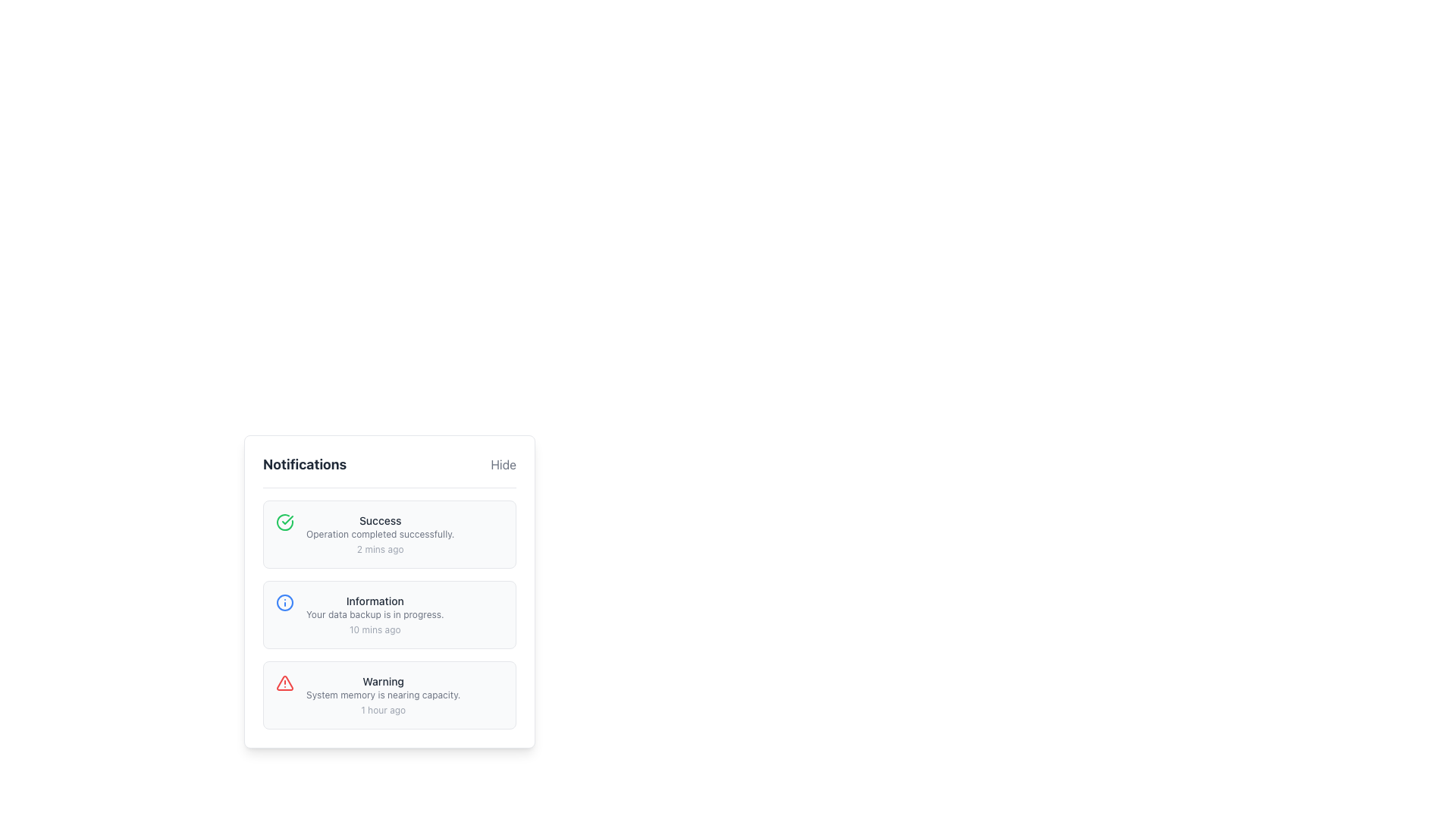 This screenshot has height=819, width=1456. Describe the element at coordinates (284, 601) in the screenshot. I see `the blue circular decorative element within the 'Information' notification card, which is part of the SVG icon set located at the leftmost side of the card` at that location.